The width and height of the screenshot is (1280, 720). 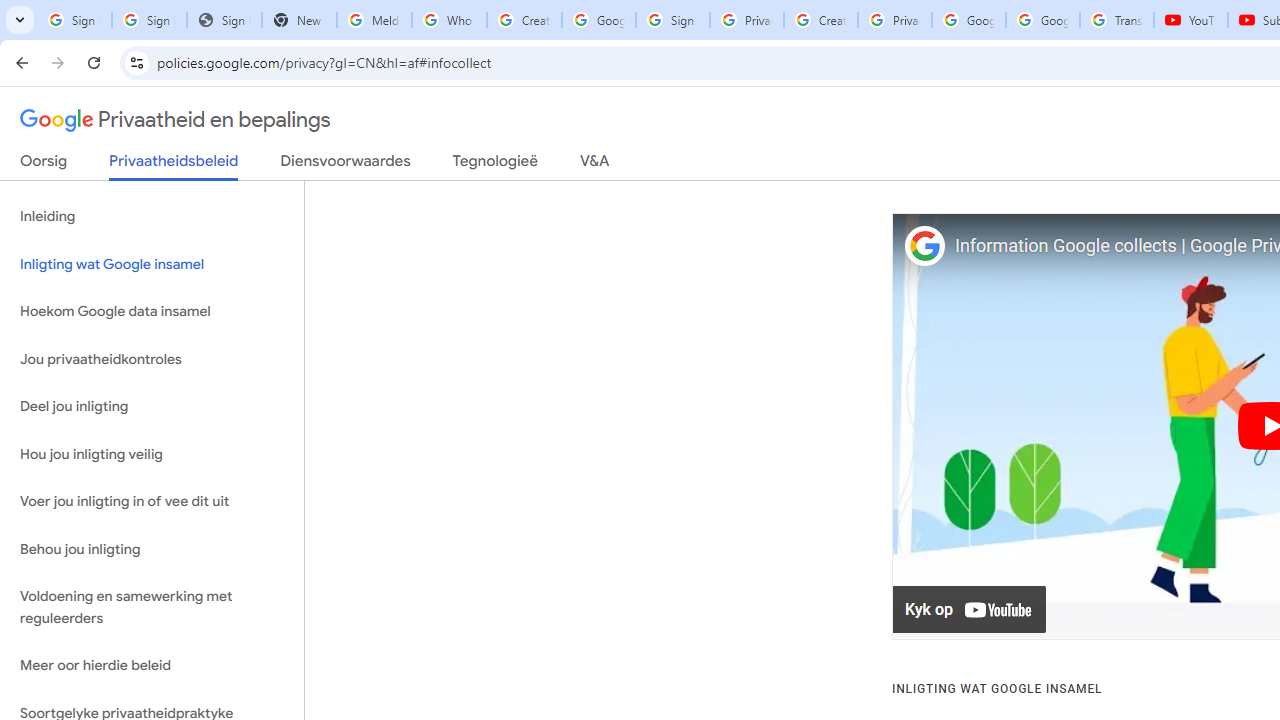 I want to click on 'Inligting wat Google insamel', so click(x=151, y=263).